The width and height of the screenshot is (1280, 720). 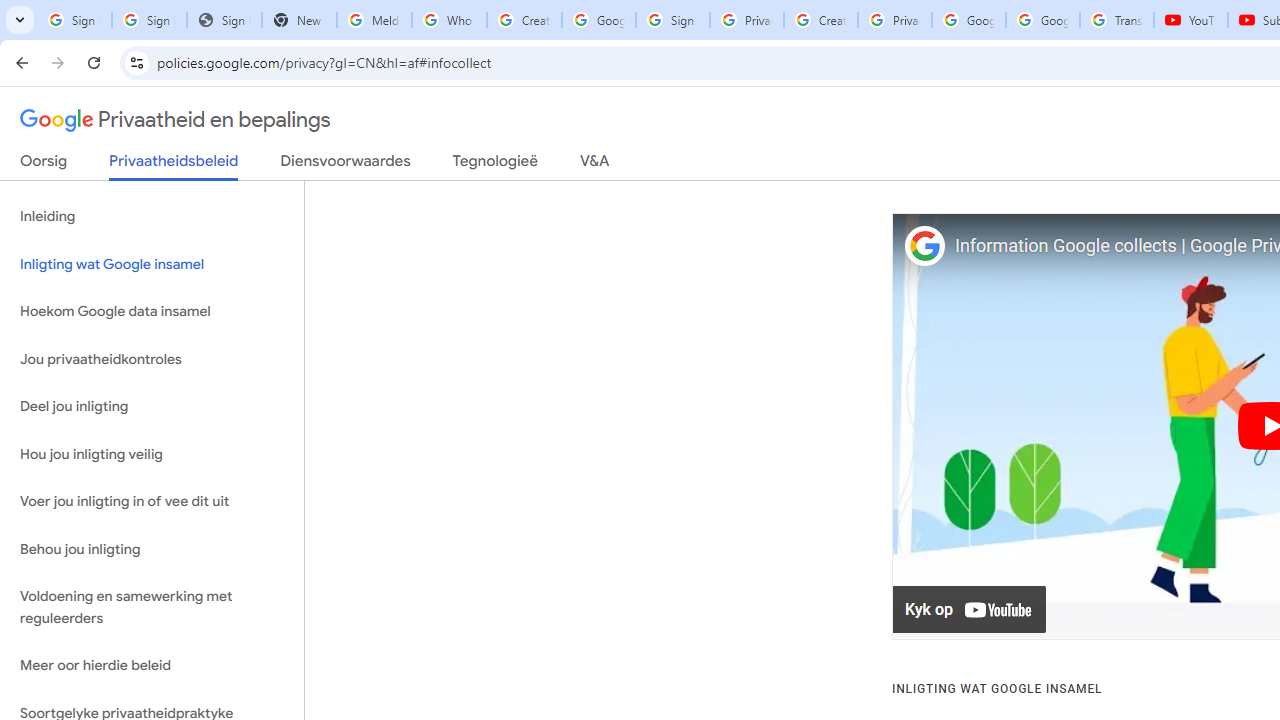 I want to click on 'Inligting wat Google insamel', so click(x=151, y=263).